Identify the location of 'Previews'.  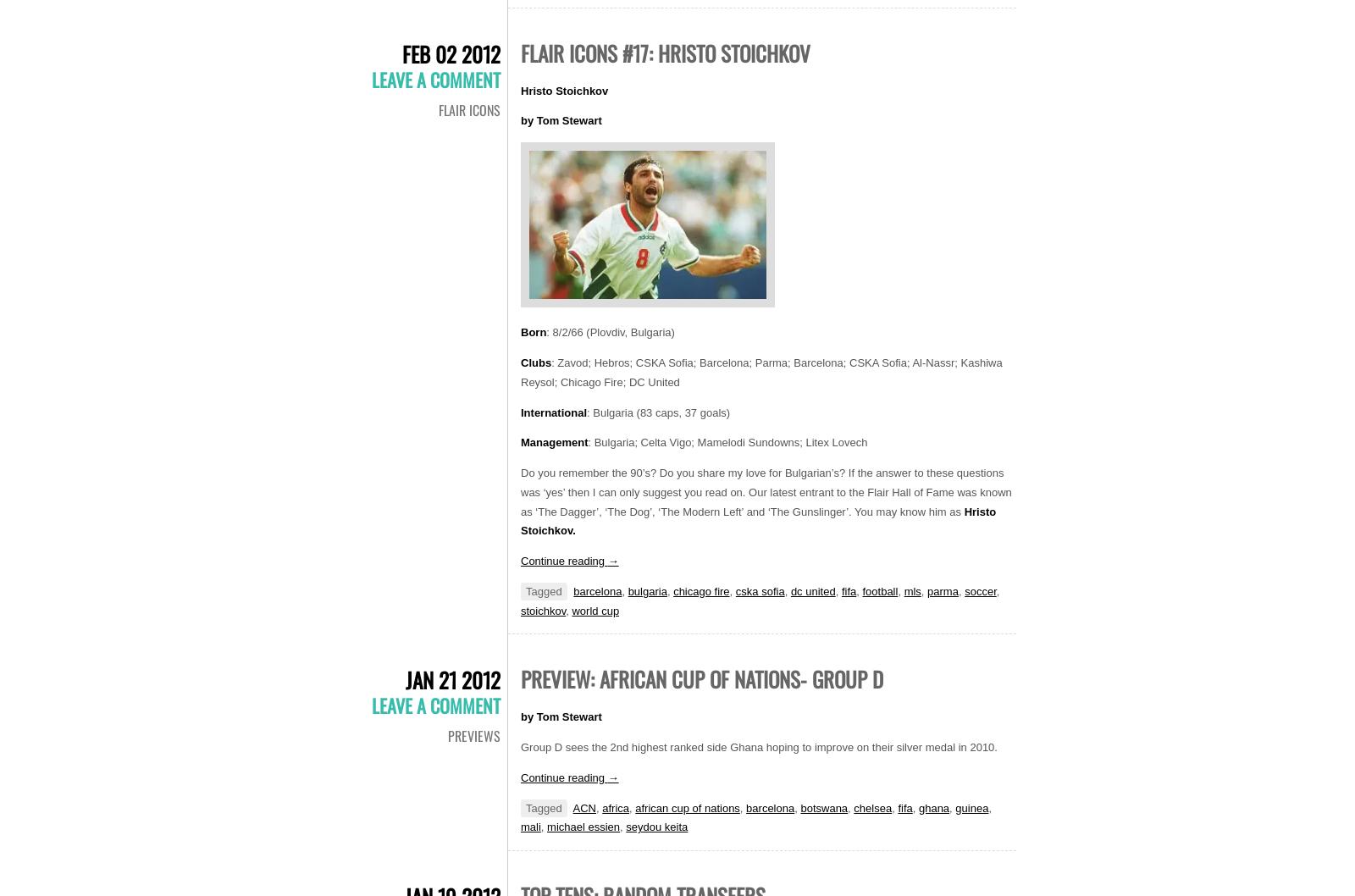
(473, 735).